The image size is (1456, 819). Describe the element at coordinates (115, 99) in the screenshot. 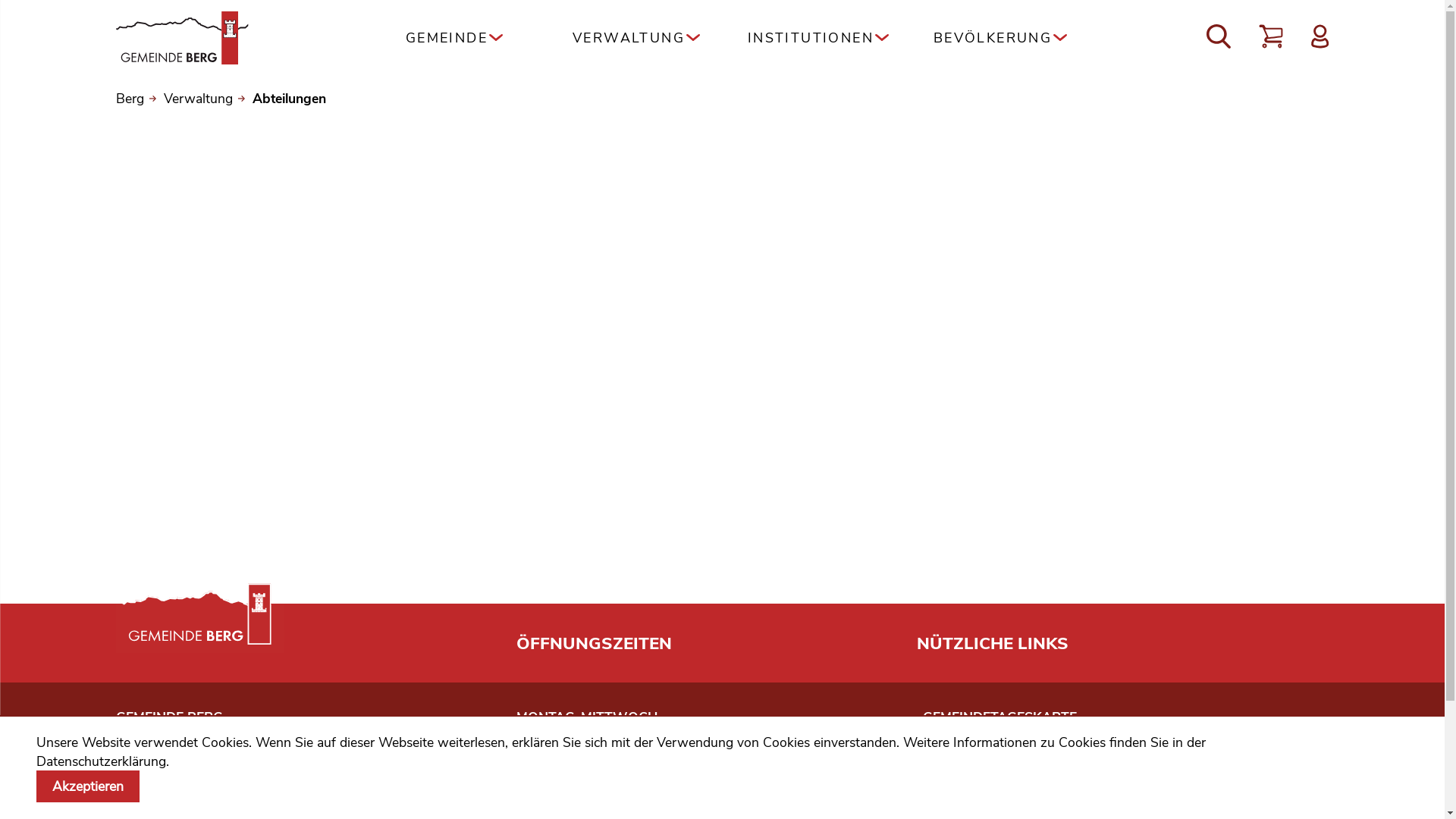

I see `'Berg'` at that location.